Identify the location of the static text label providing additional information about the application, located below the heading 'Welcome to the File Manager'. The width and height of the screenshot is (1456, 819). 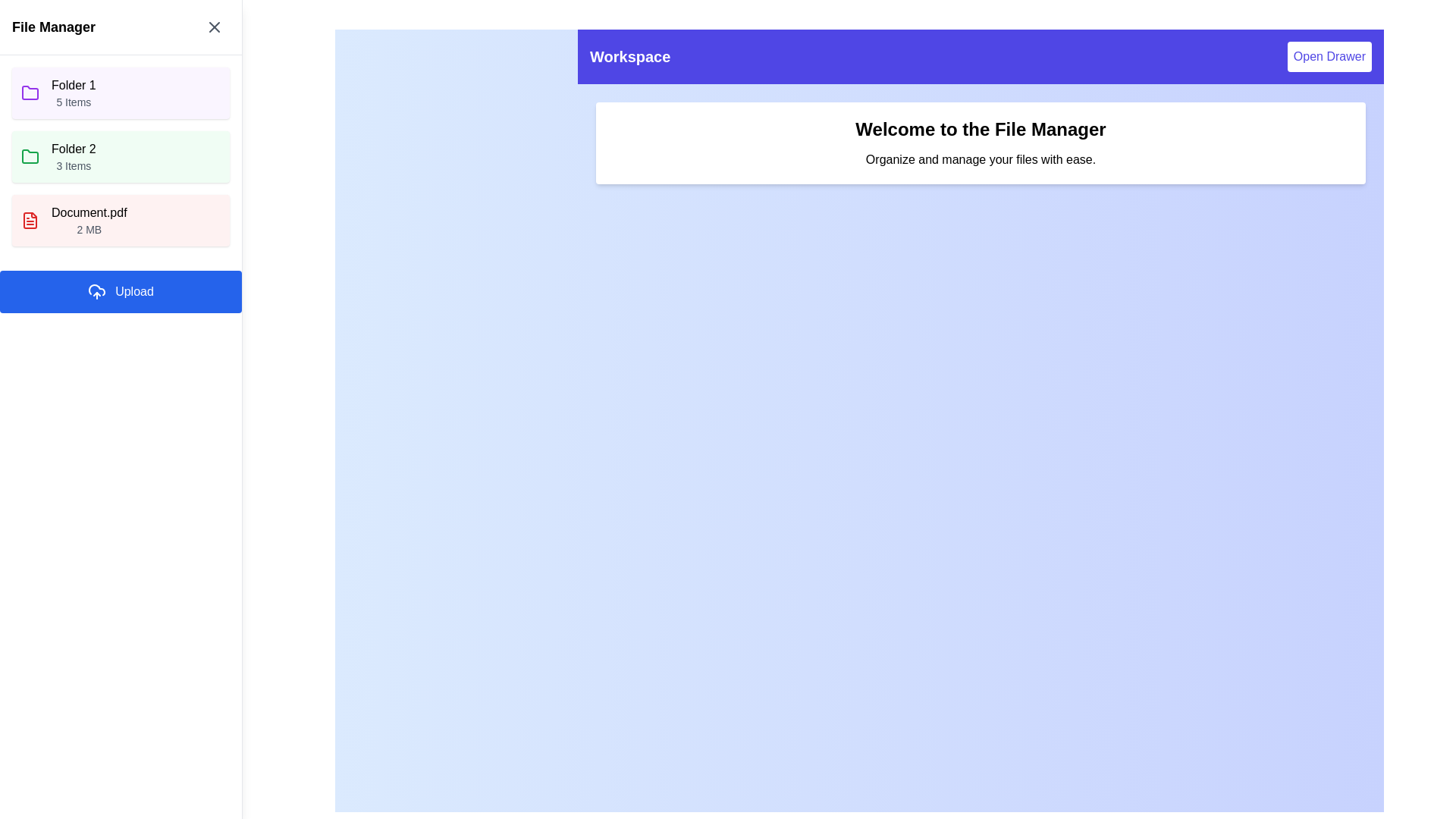
(981, 160).